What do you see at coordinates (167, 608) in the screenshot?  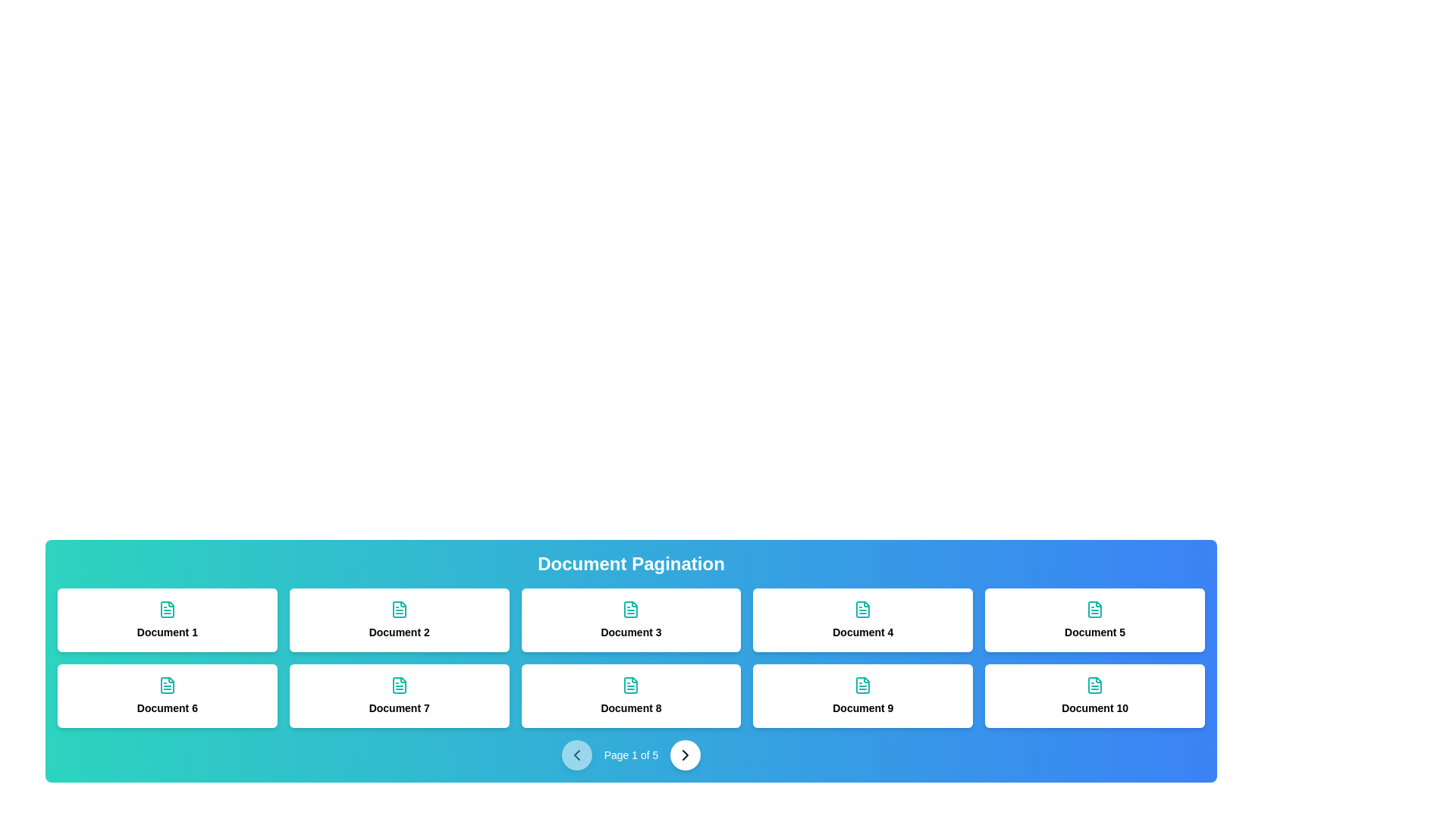 I see `the document icon located inside the card labeled 'Document 1', positioned at the top-left corner above the text label` at bounding box center [167, 608].